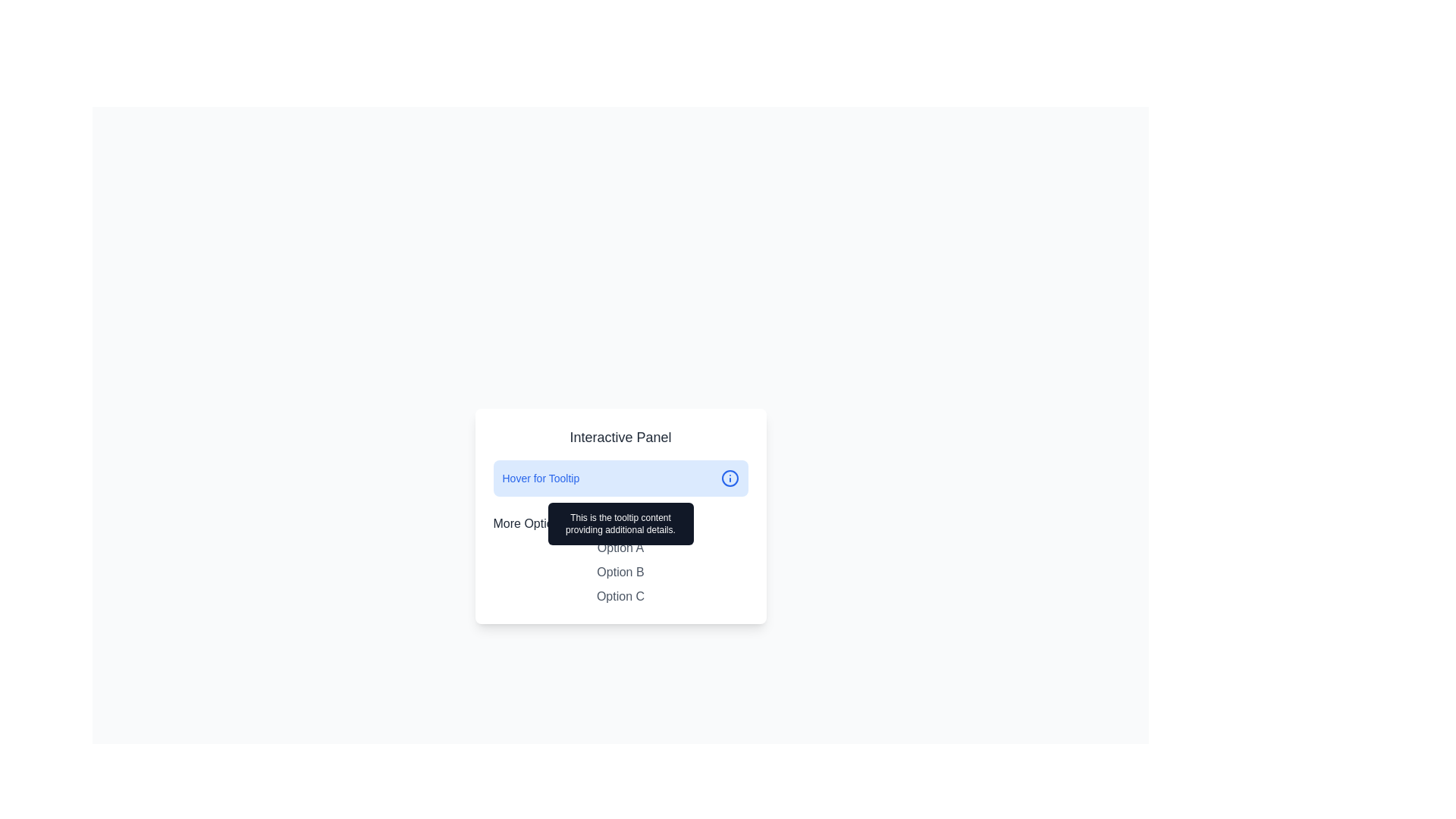 This screenshot has height=819, width=1456. What do you see at coordinates (620, 595) in the screenshot?
I see `the third item in the vertical list under 'More Options', which is a selectable label located beneath 'Option B', to activate hover styling` at bounding box center [620, 595].